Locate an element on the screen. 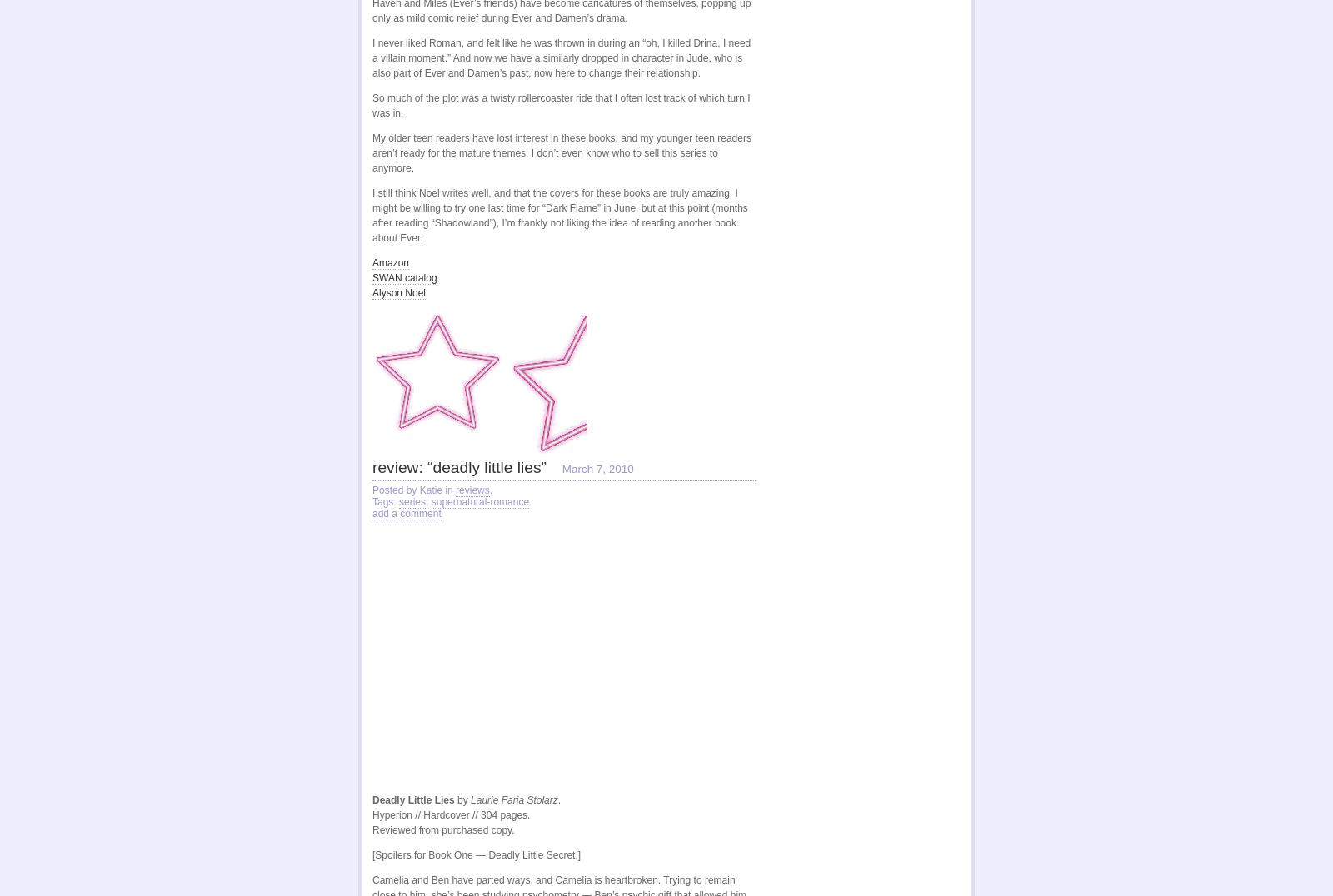 The height and width of the screenshot is (896, 1333). 'review: “deadly little lies”' is located at coordinates (458, 465).